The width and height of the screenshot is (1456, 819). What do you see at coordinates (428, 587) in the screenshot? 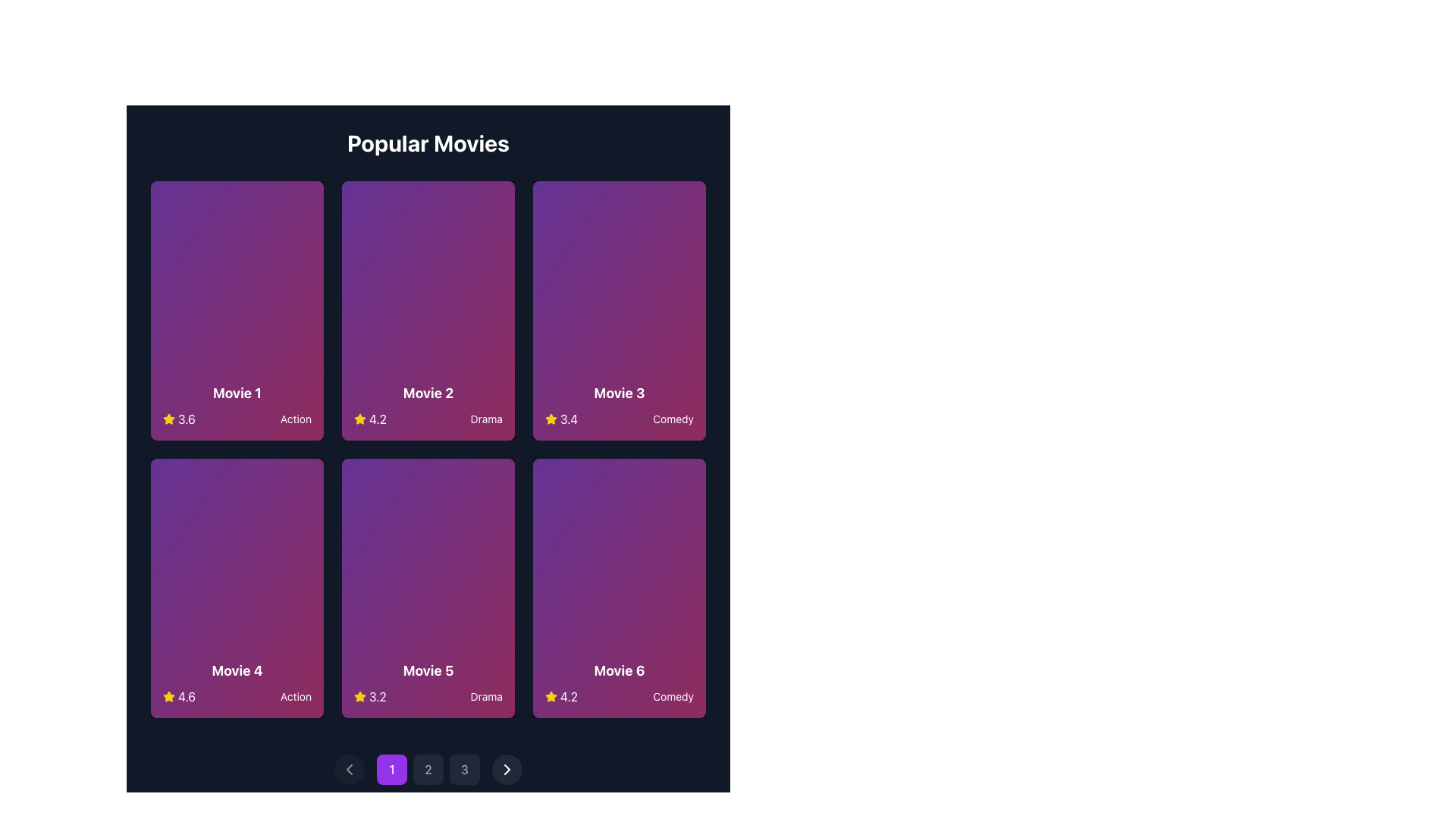
I see `the movie details card located in the middle position of the bottom row of the grid layout` at bounding box center [428, 587].